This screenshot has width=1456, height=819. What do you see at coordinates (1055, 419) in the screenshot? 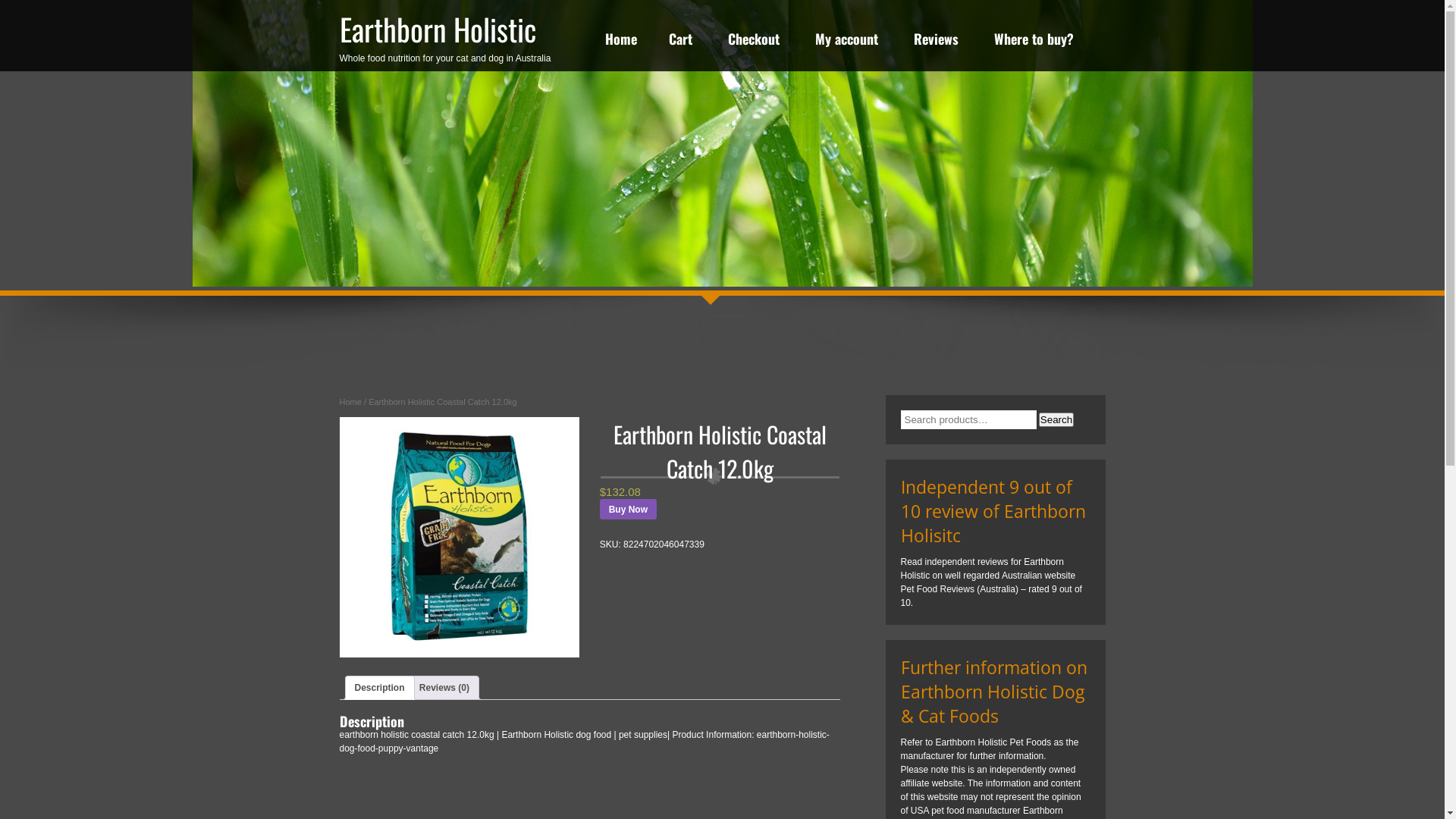
I see `'Search'` at bounding box center [1055, 419].